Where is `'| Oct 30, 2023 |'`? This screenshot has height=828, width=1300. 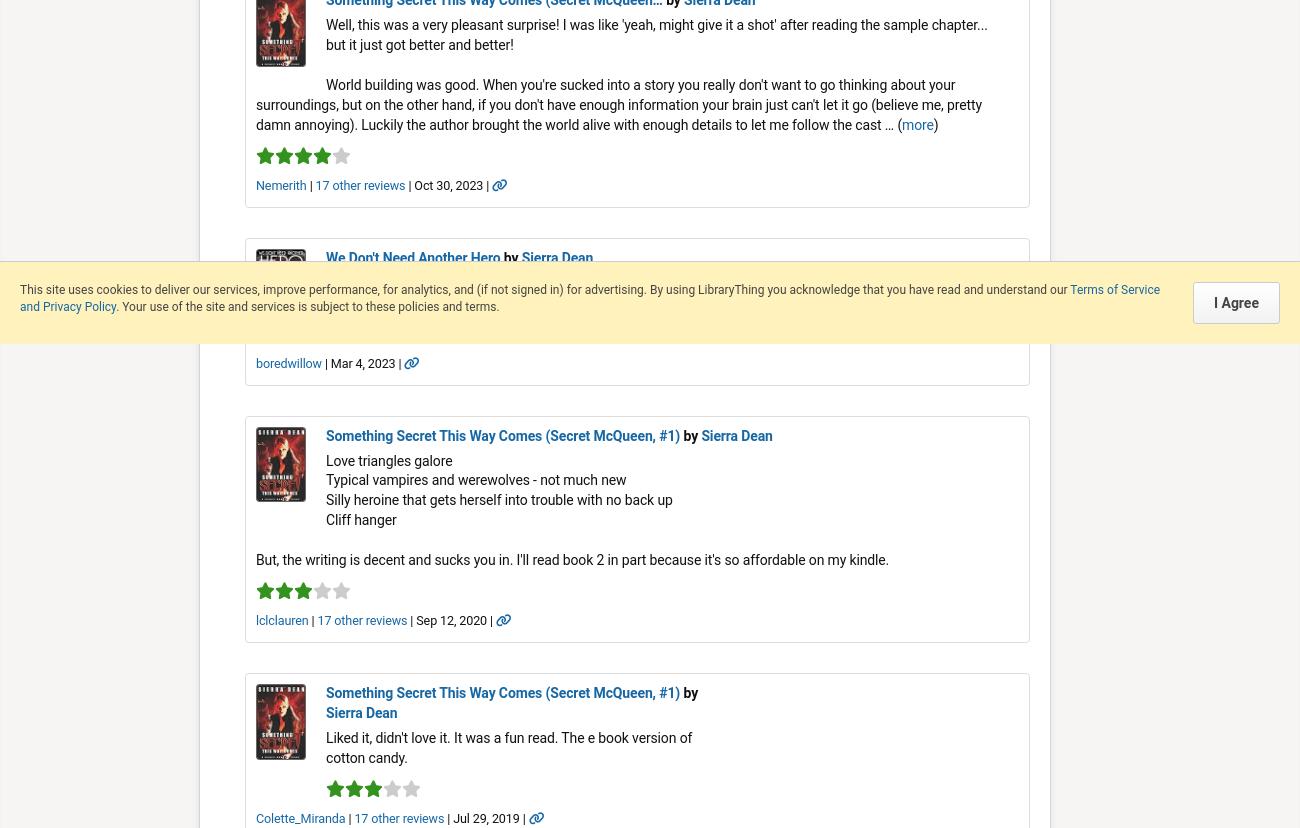
'| Oct 30, 2023 |' is located at coordinates (447, 183).